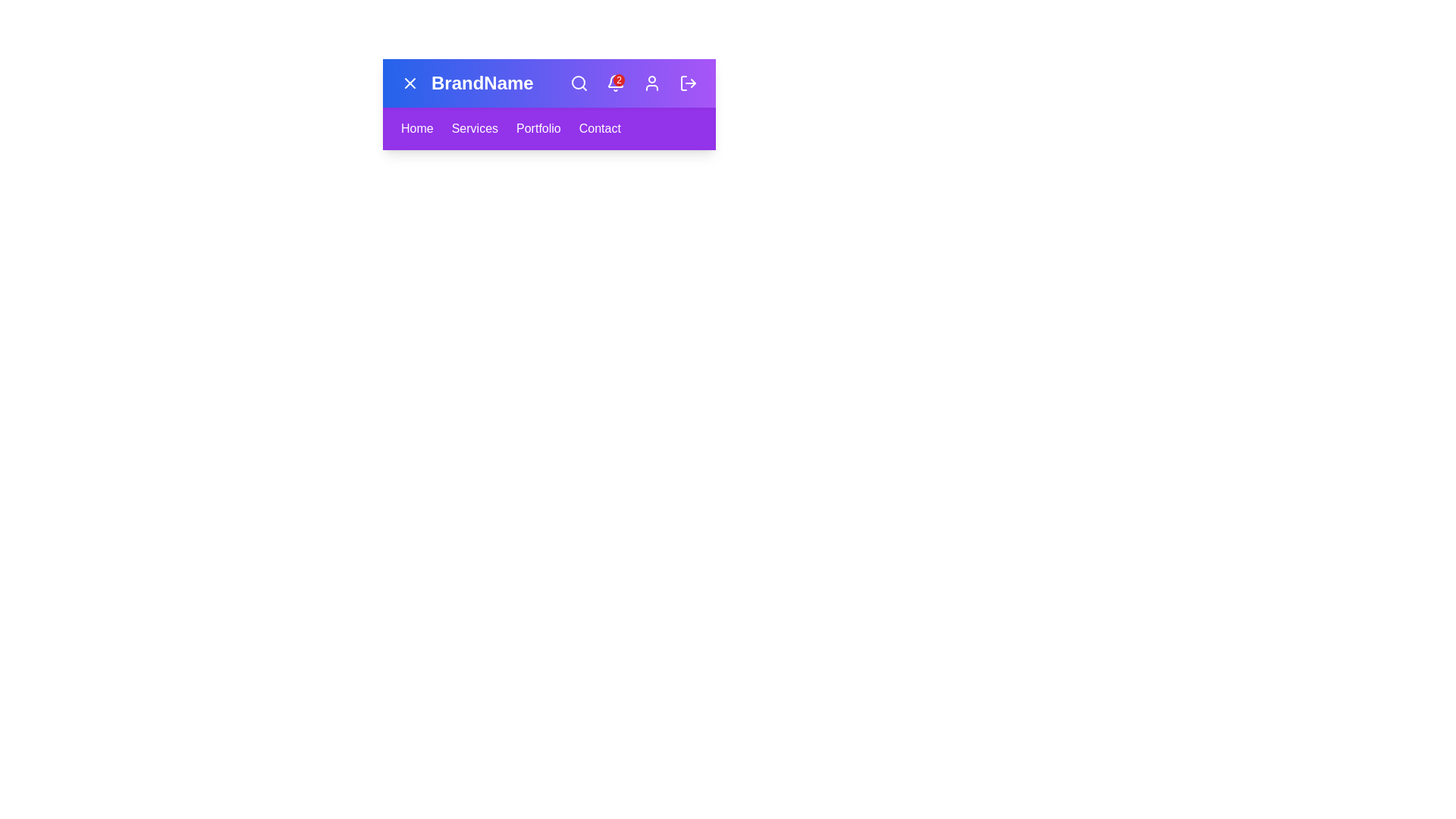 This screenshot has height=819, width=1456. What do you see at coordinates (615, 83) in the screenshot?
I see `the interactive notification icon with a badge, which indicates 2 pending notifications` at bounding box center [615, 83].